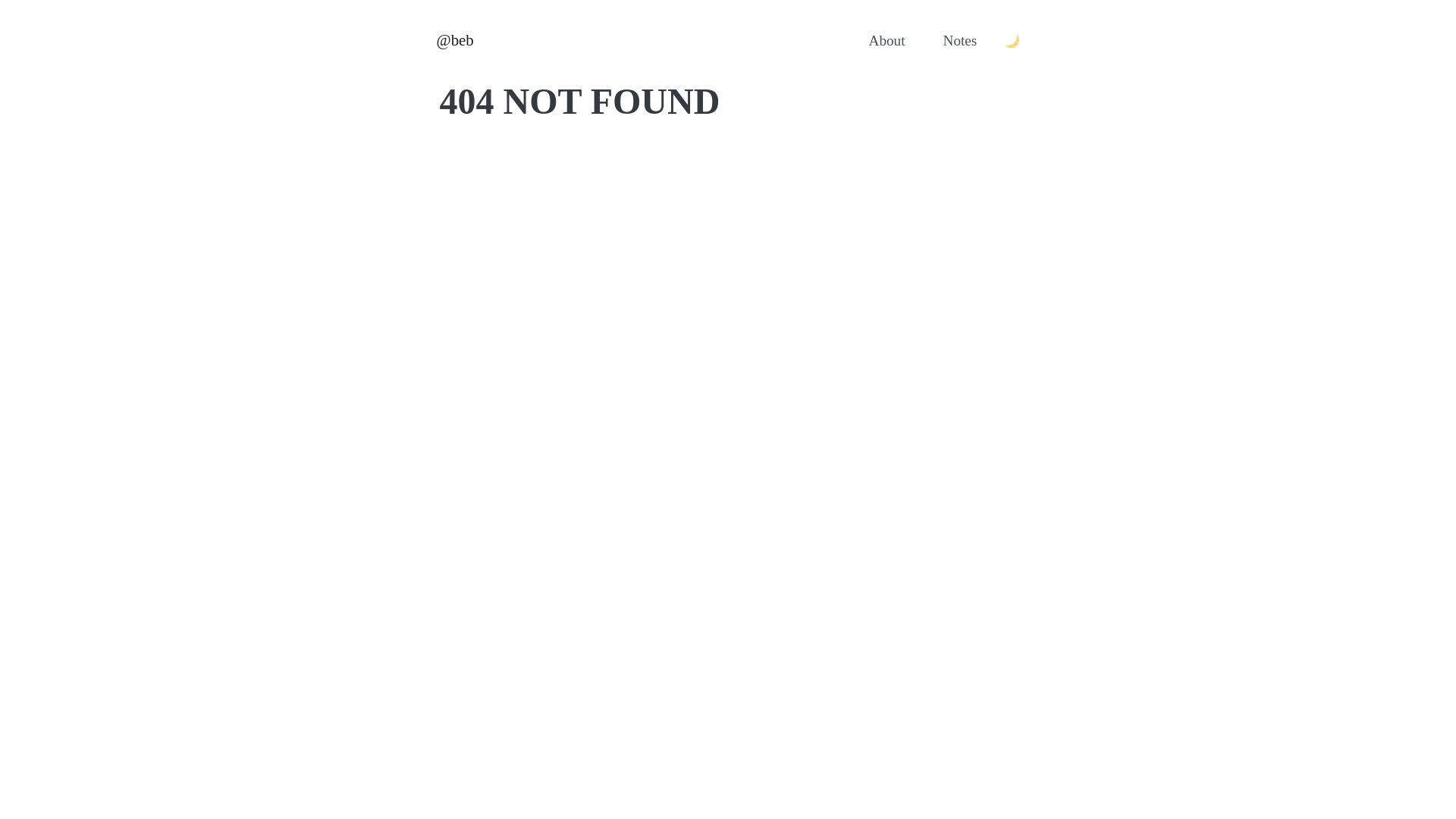  I want to click on 'About', so click(887, 40).